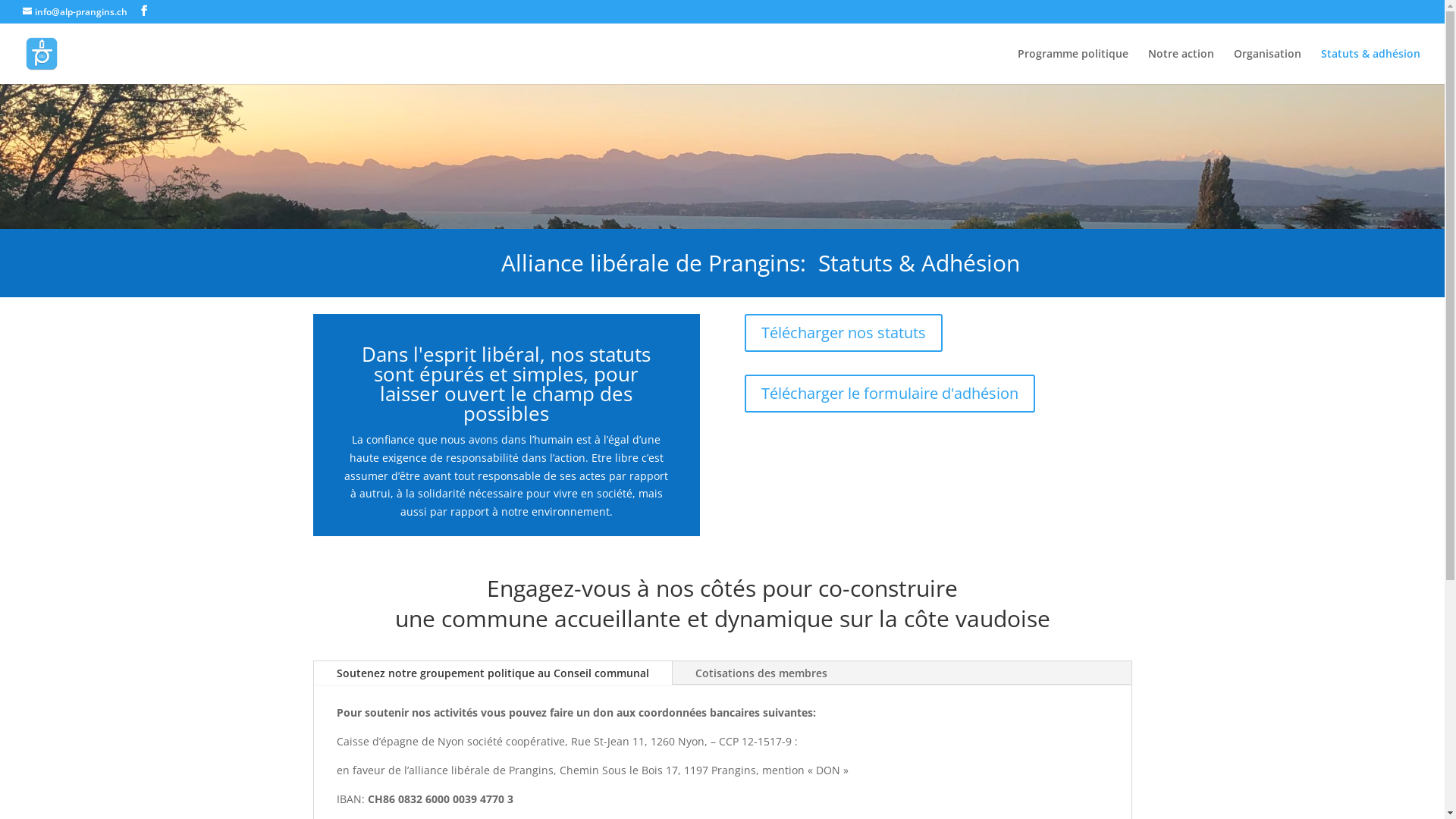  Describe the element at coordinates (22, 11) in the screenshot. I see `'info@alp-prangins.ch'` at that location.